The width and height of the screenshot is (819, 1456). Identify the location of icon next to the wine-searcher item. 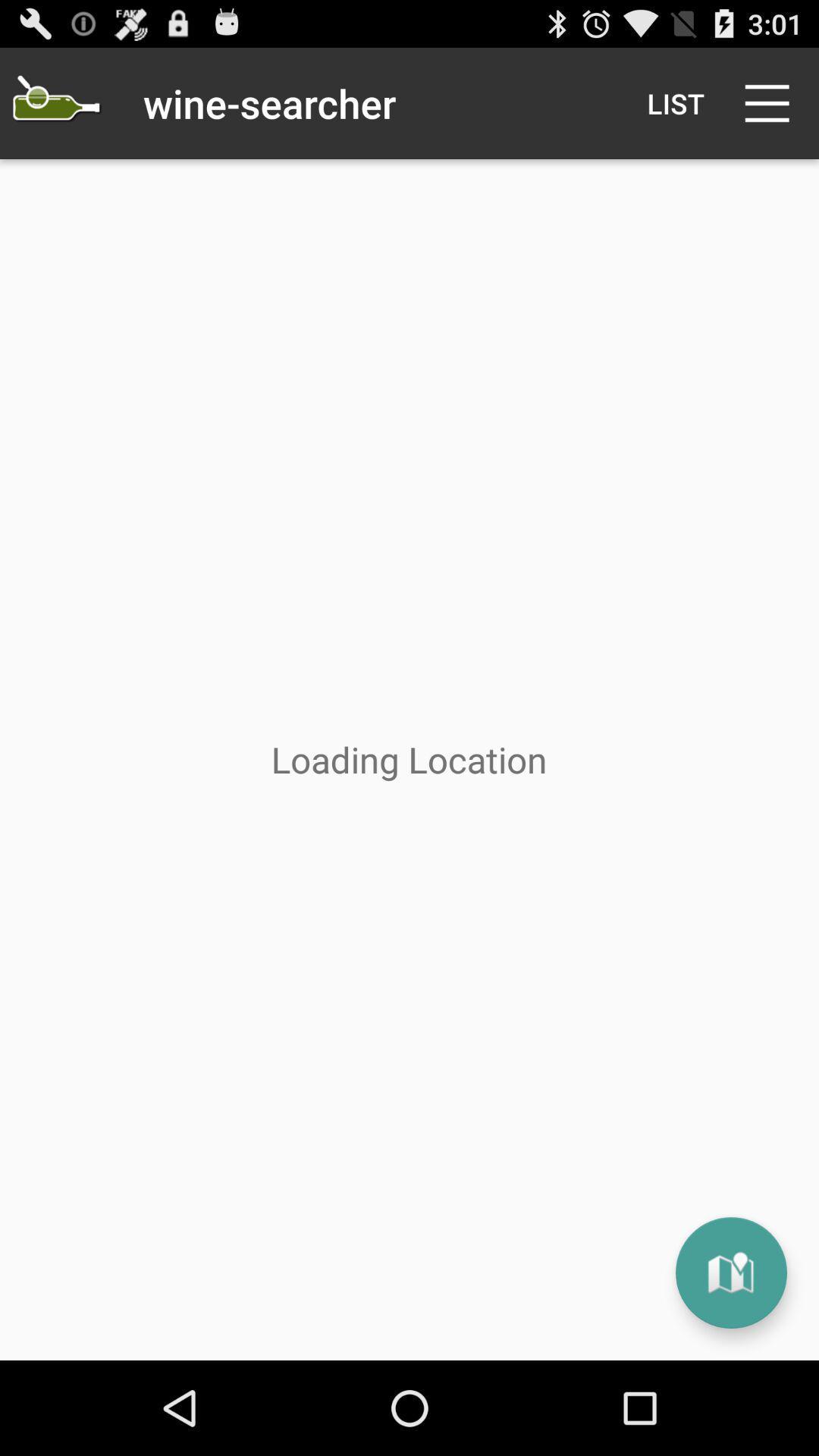
(675, 102).